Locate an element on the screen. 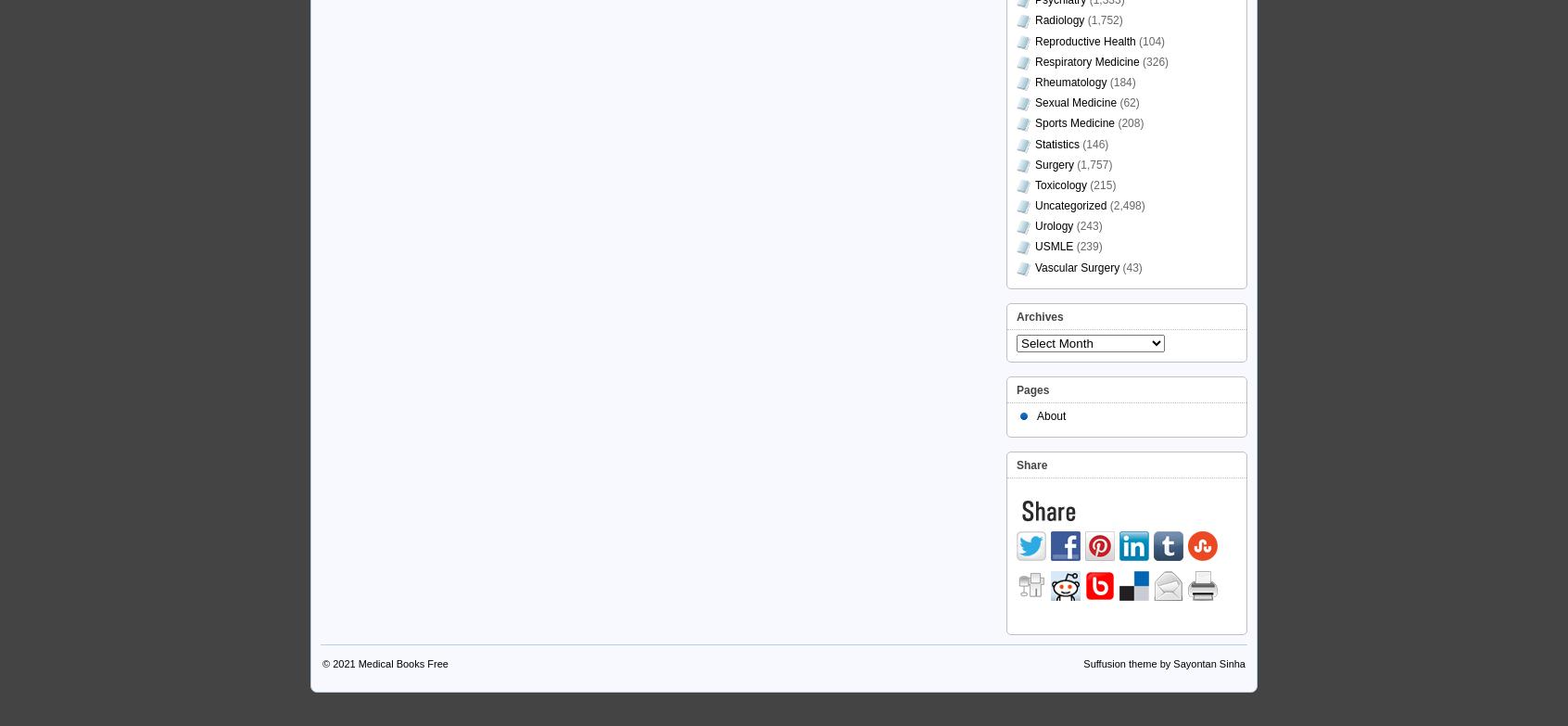  'Share' is located at coordinates (1031, 464).